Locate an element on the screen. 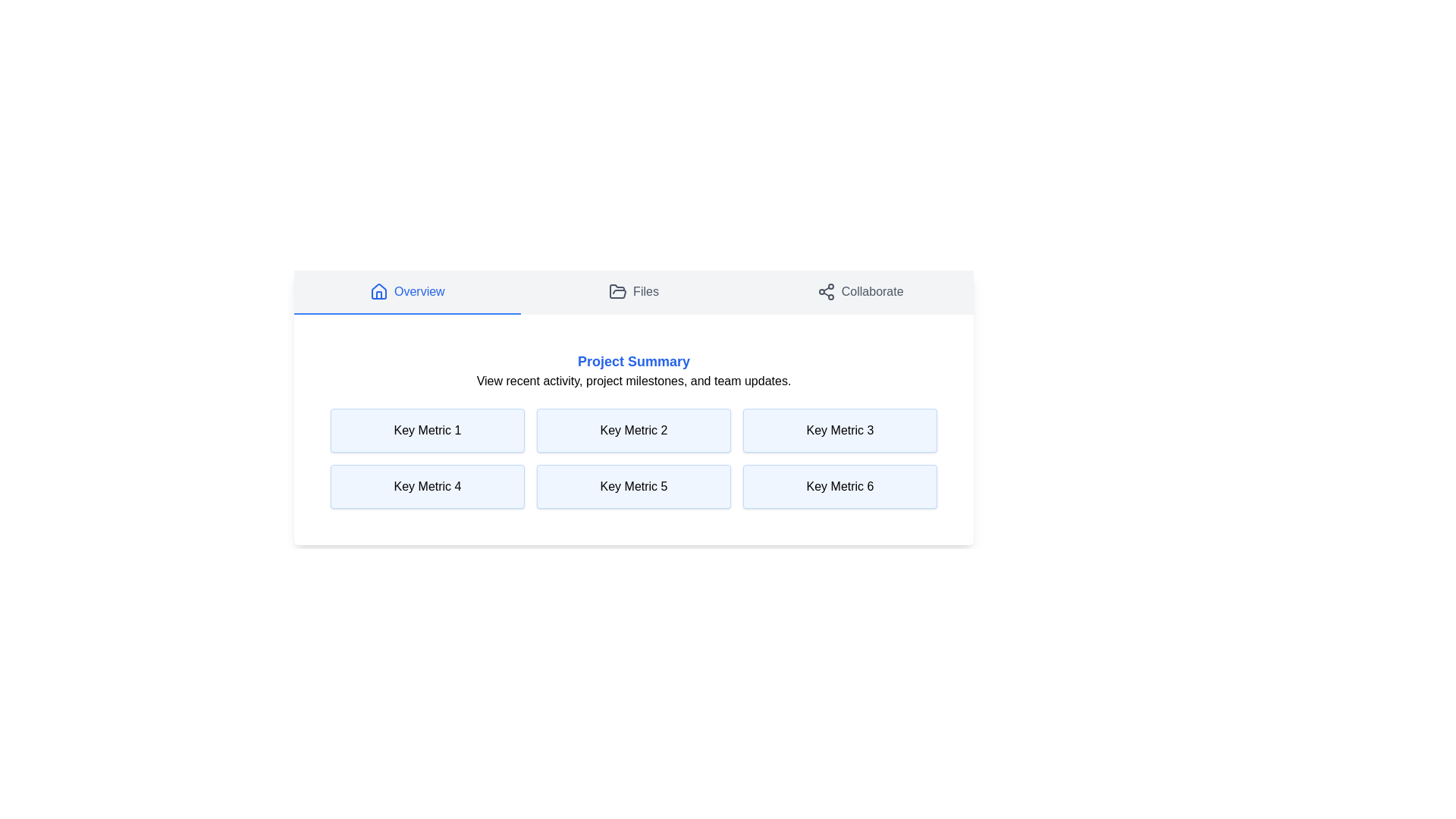 The image size is (1456, 819). the static content box with a light blue background and bold black text reading 'Key Metric 6', located at the bottom-right corner of the grid layout is located at coordinates (839, 486).